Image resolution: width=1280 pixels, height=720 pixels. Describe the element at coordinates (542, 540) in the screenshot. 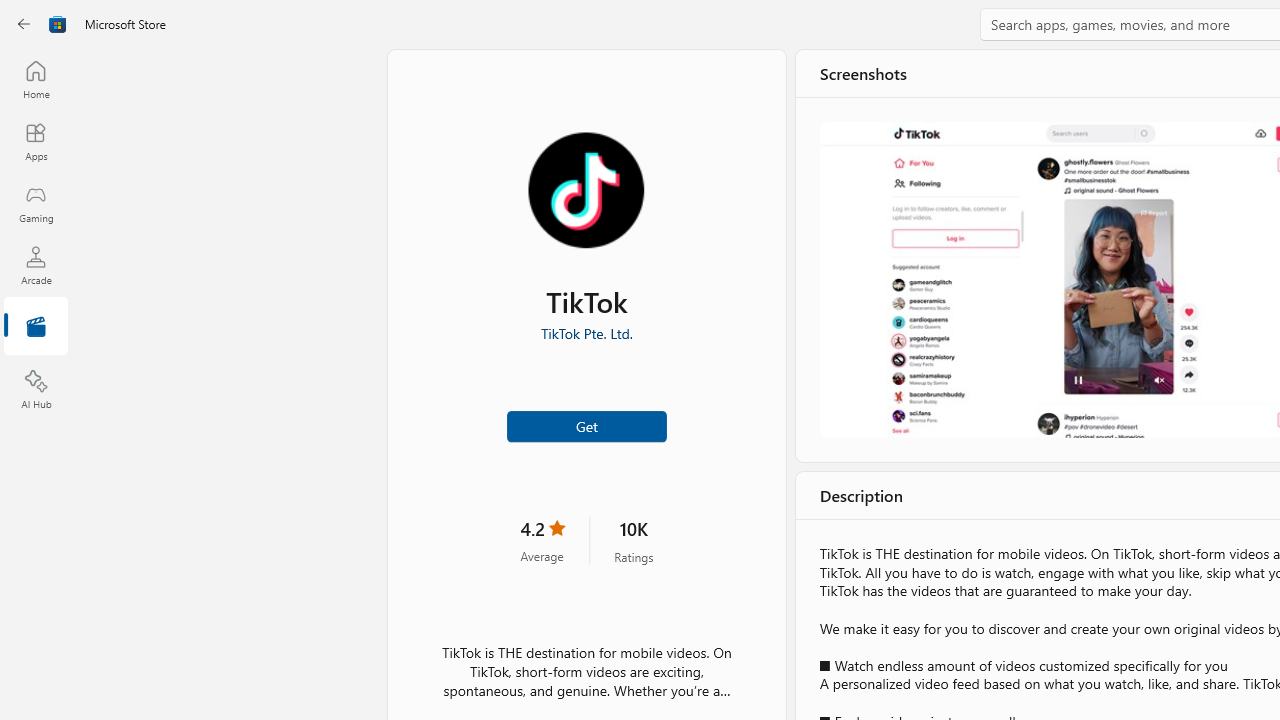

I see `'4.2 stars. Click to skip to ratings and reviews'` at that location.